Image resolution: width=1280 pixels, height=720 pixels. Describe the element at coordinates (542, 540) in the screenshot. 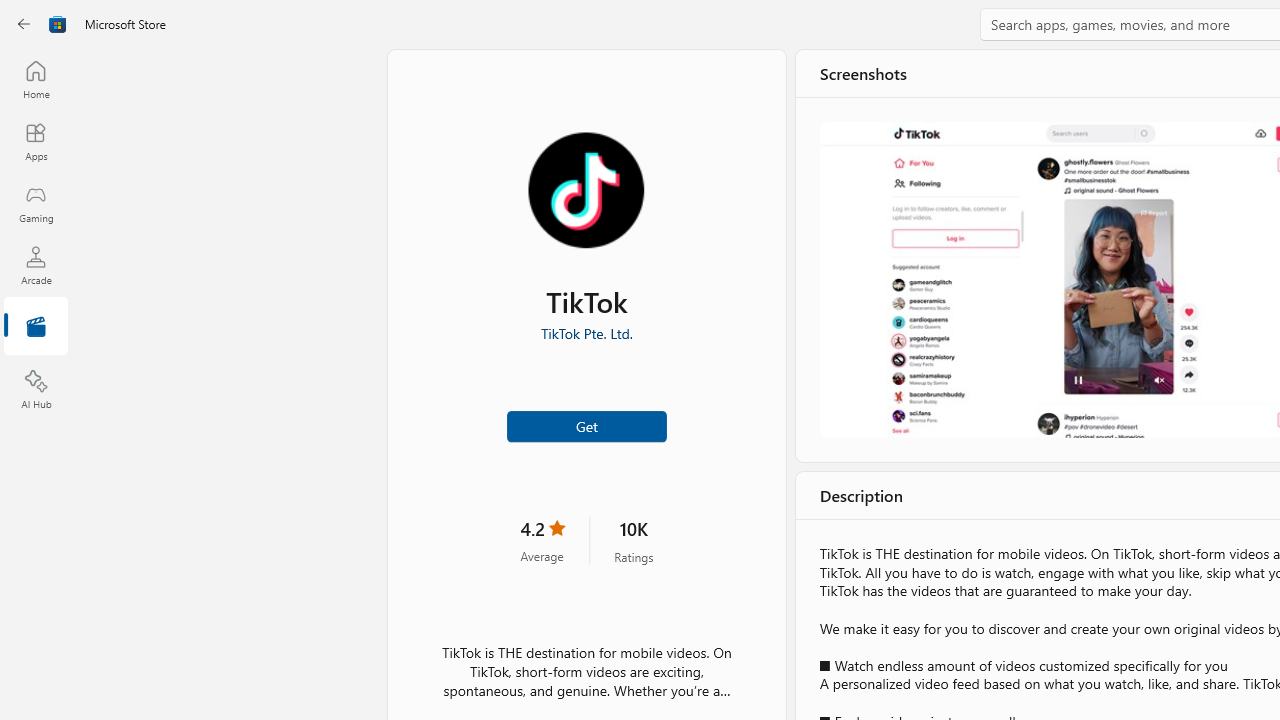

I see `'4.2 stars. Click to skip to ratings and reviews'` at that location.